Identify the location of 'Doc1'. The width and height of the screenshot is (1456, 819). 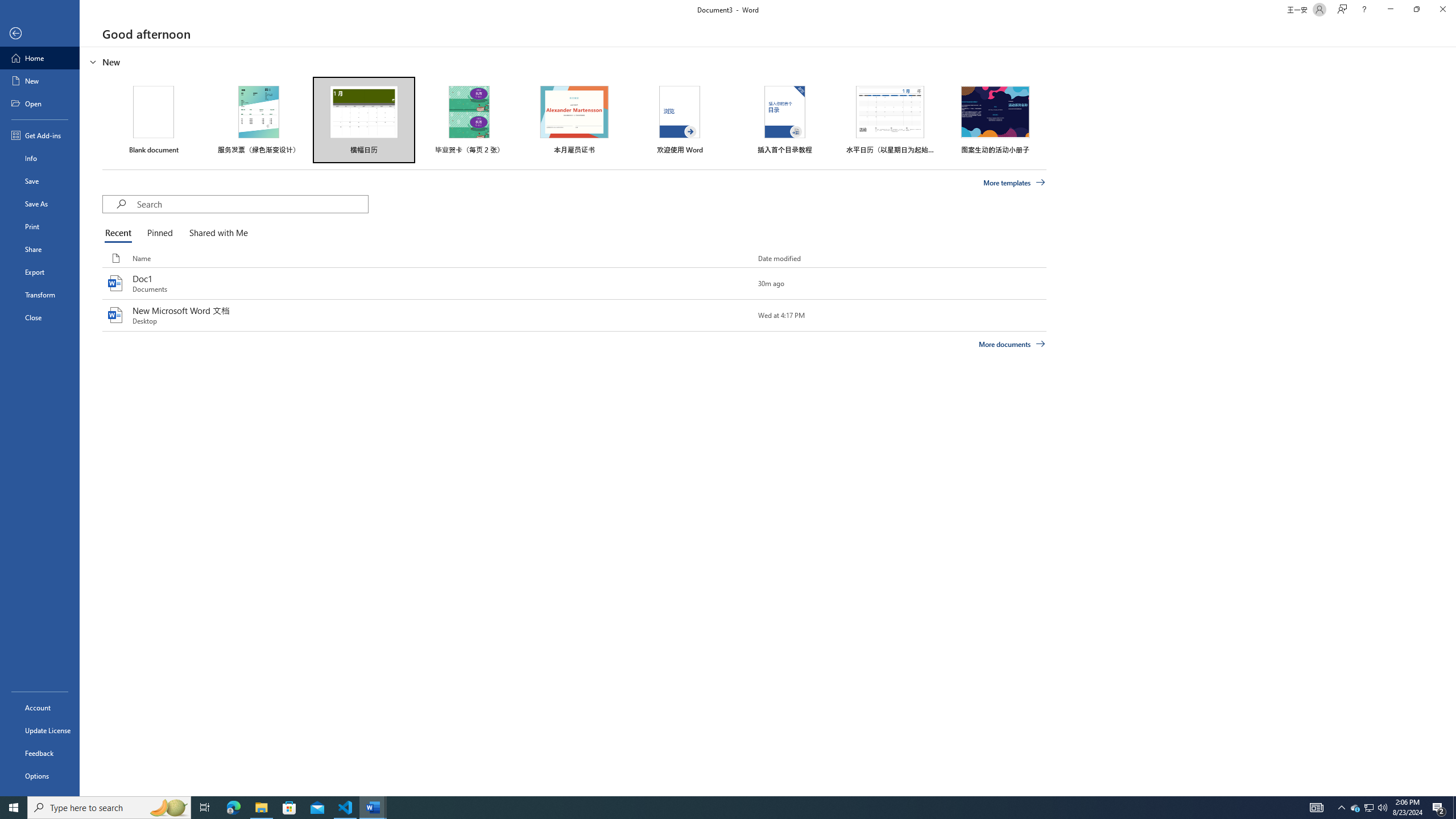
(573, 283).